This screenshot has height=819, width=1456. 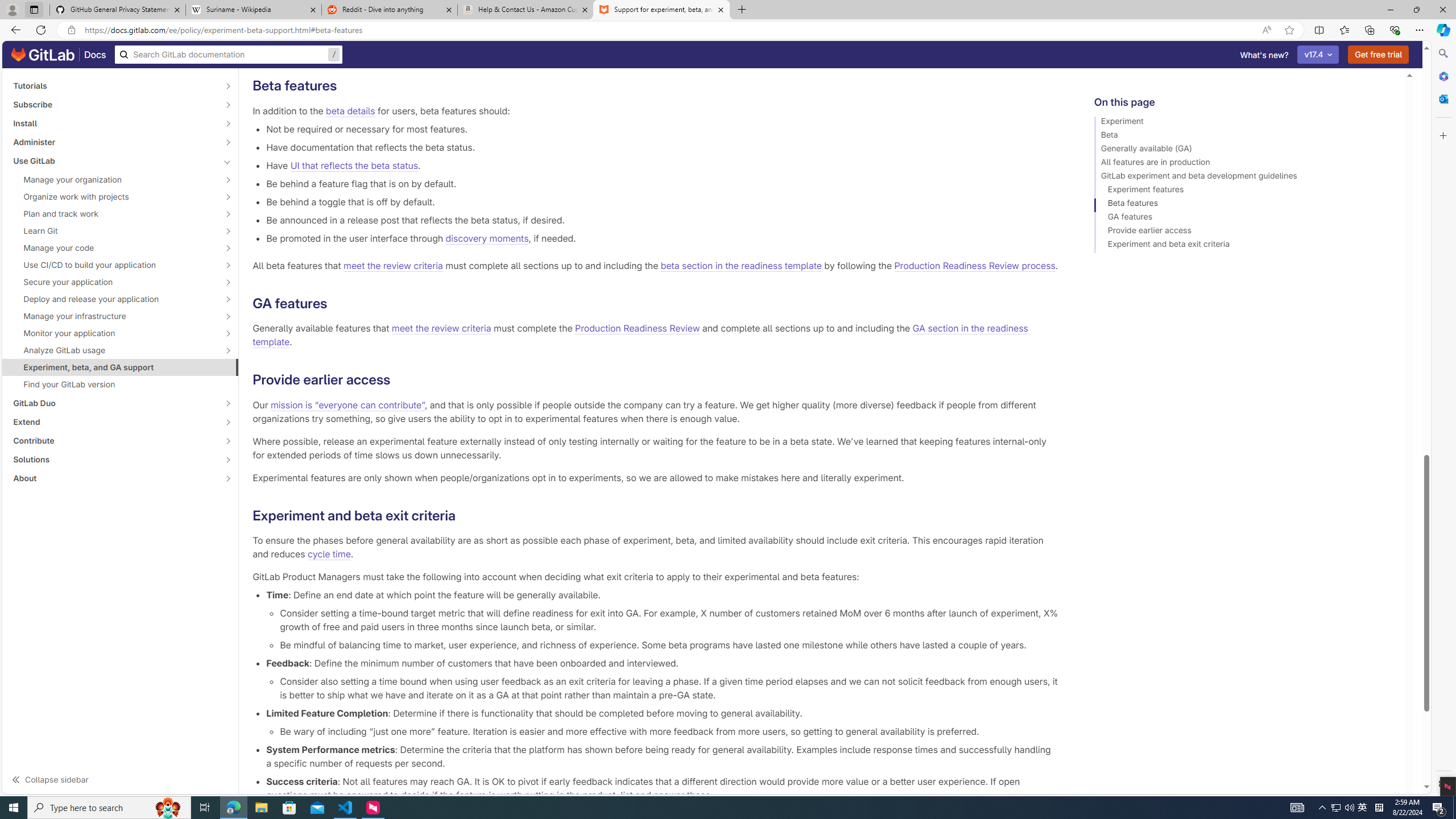 I want to click on 'Generally available (GA)', so click(x=1244, y=150).